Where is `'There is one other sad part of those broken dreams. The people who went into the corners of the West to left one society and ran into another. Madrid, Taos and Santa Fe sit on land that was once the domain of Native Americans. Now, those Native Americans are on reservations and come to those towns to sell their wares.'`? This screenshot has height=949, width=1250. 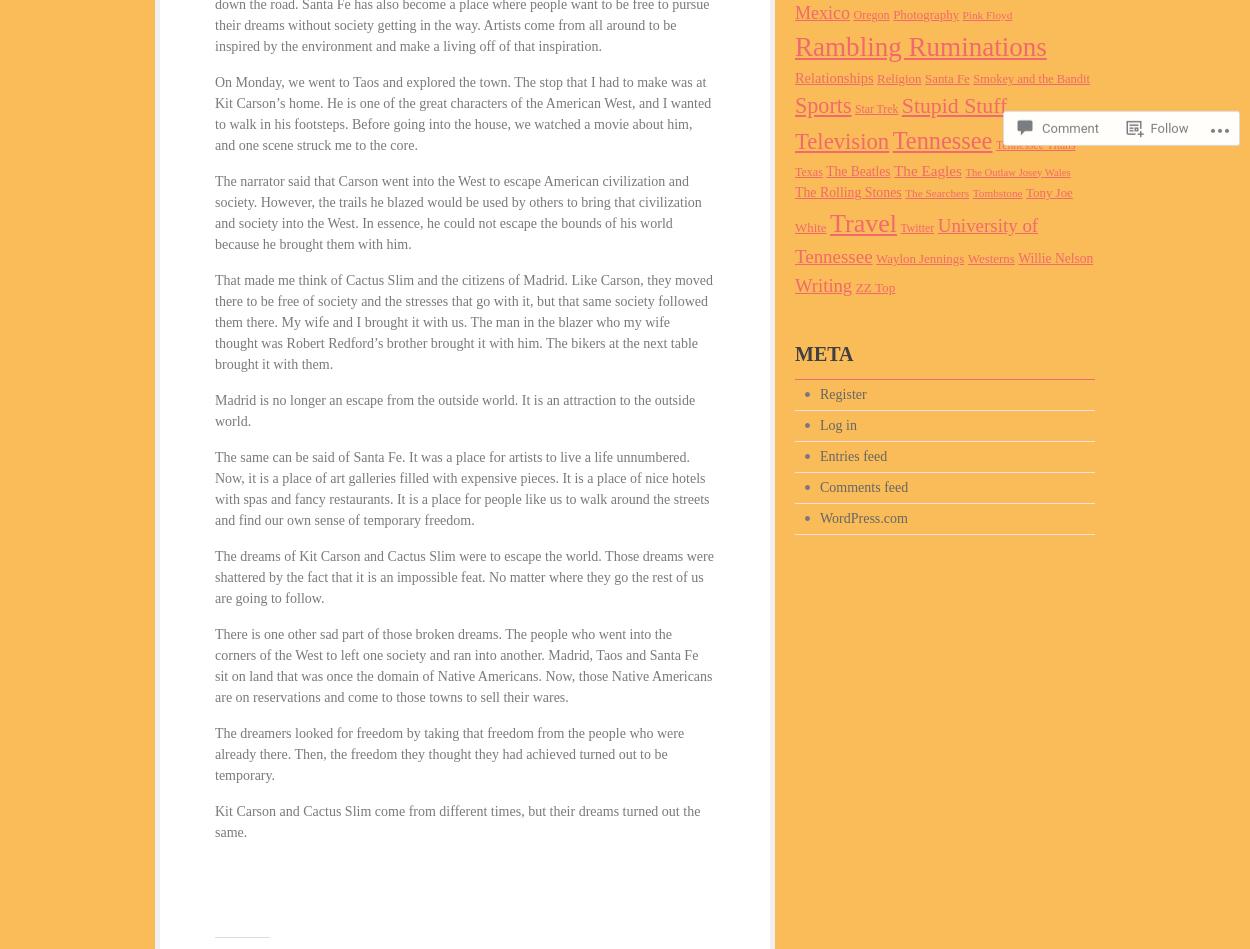 'There is one other sad part of those broken dreams. The people who went into the corners of the West to left one society and ran into another. Madrid, Taos and Santa Fe sit on land that was once the domain of Native Americans. Now, those Native Americans are on reservations and come to those towns to sell their wares.' is located at coordinates (462, 666).